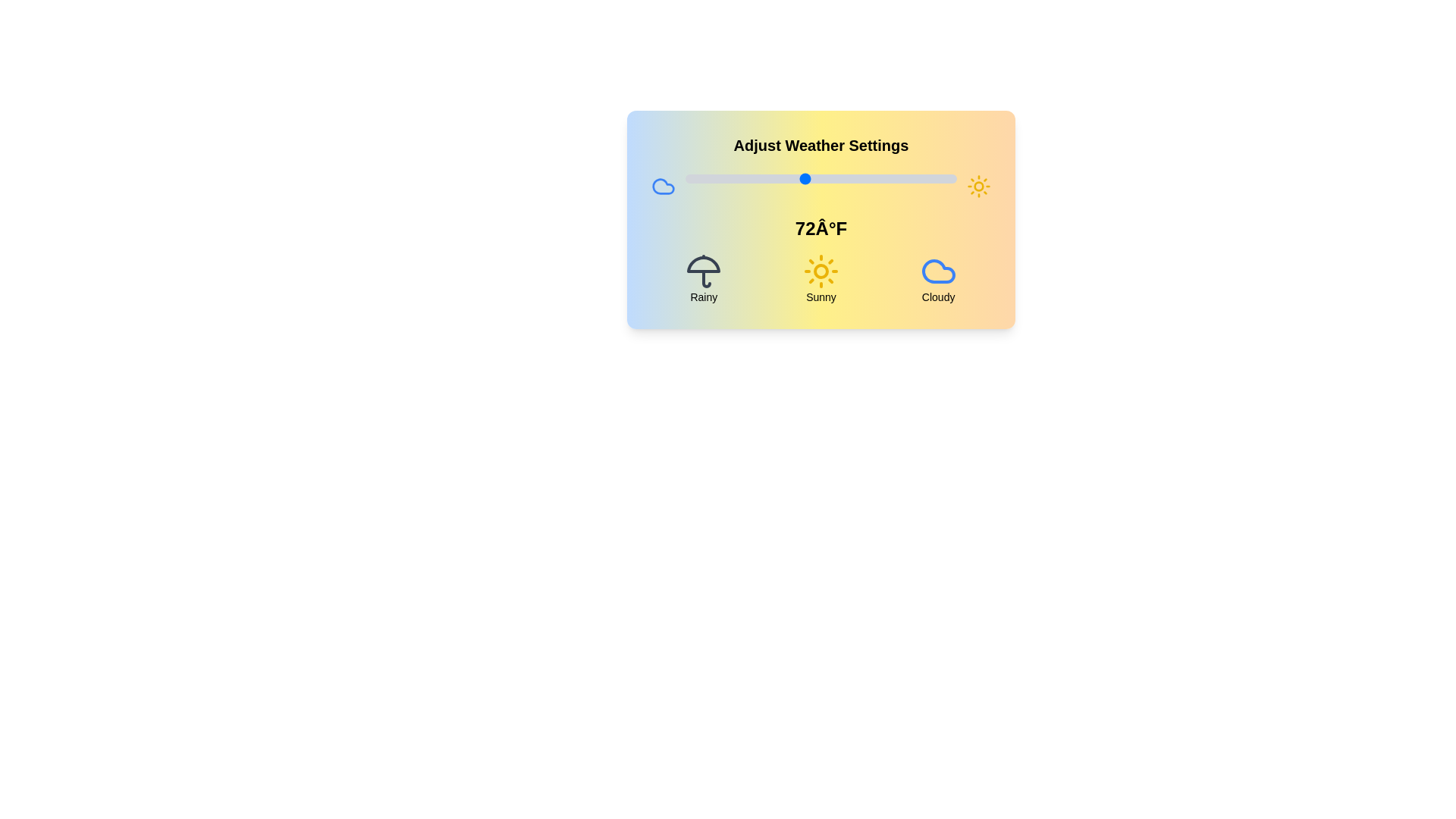 The image size is (1456, 819). What do you see at coordinates (702, 278) in the screenshot?
I see `the weather icon corresponding to Rainy to observe changes` at bounding box center [702, 278].